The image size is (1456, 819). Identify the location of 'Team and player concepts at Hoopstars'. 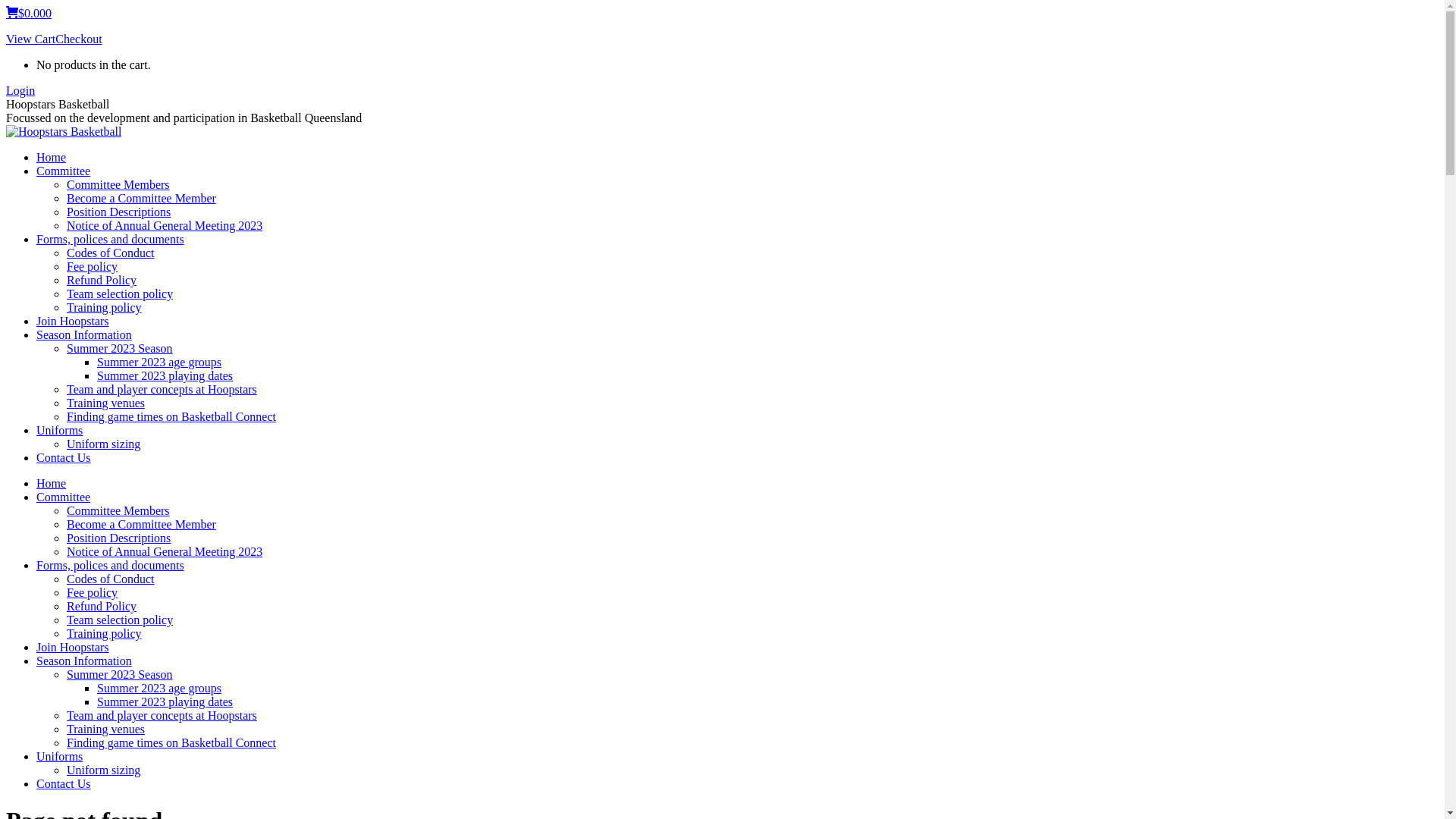
(65, 715).